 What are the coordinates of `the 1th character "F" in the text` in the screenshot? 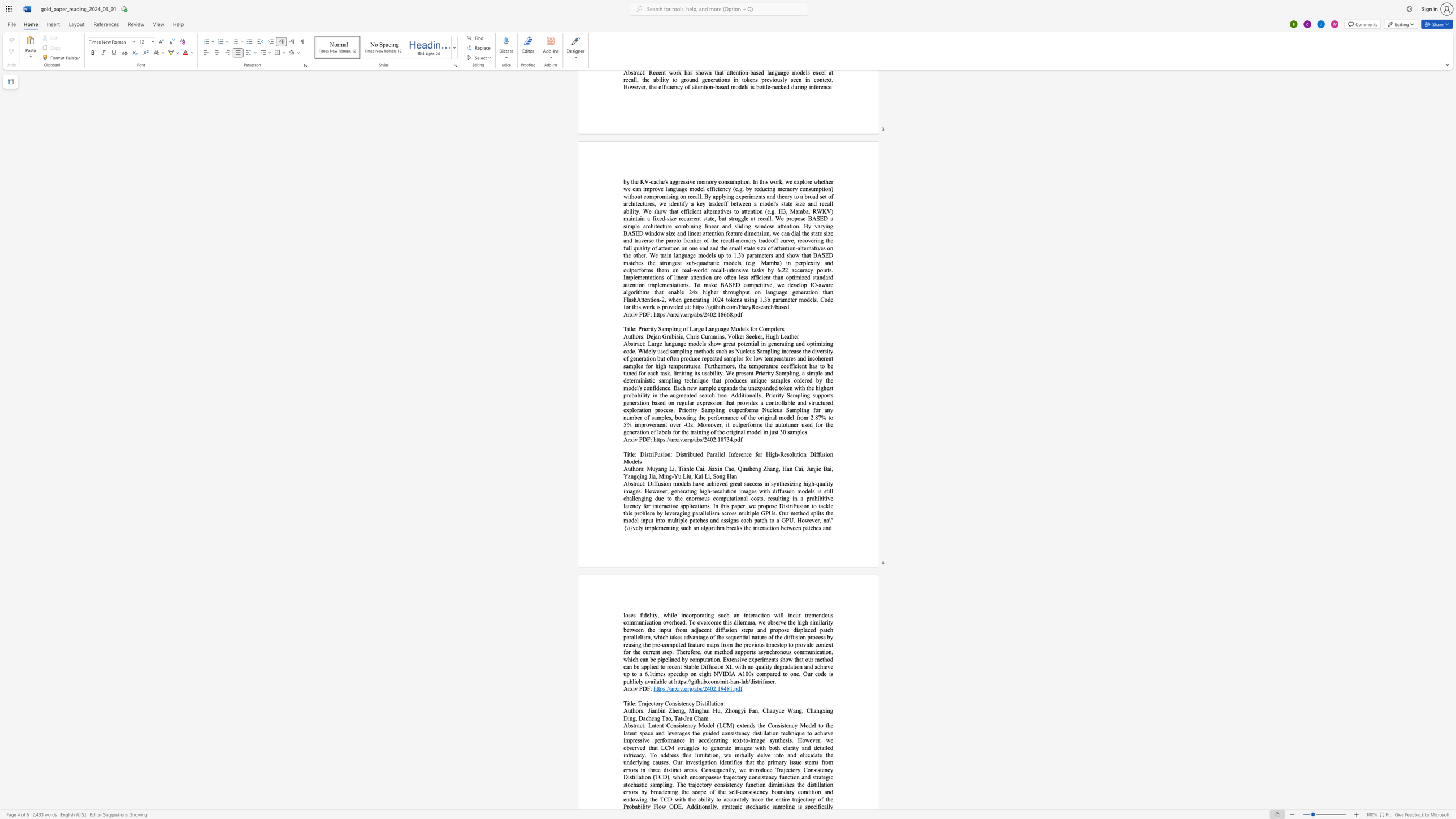 It's located at (648, 439).